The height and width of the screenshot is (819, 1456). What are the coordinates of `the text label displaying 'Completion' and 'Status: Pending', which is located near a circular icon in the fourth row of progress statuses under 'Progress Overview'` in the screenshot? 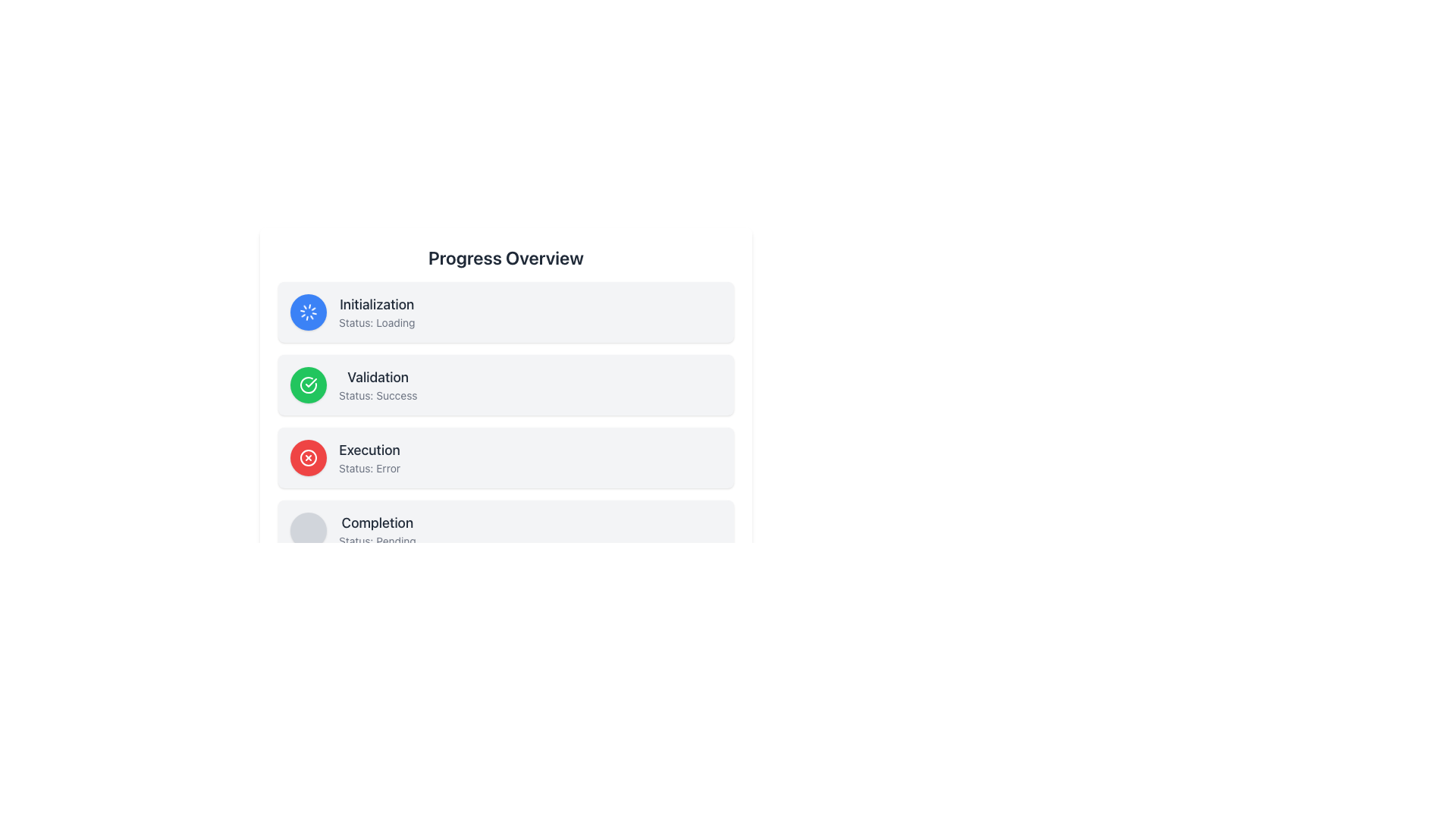 It's located at (377, 529).